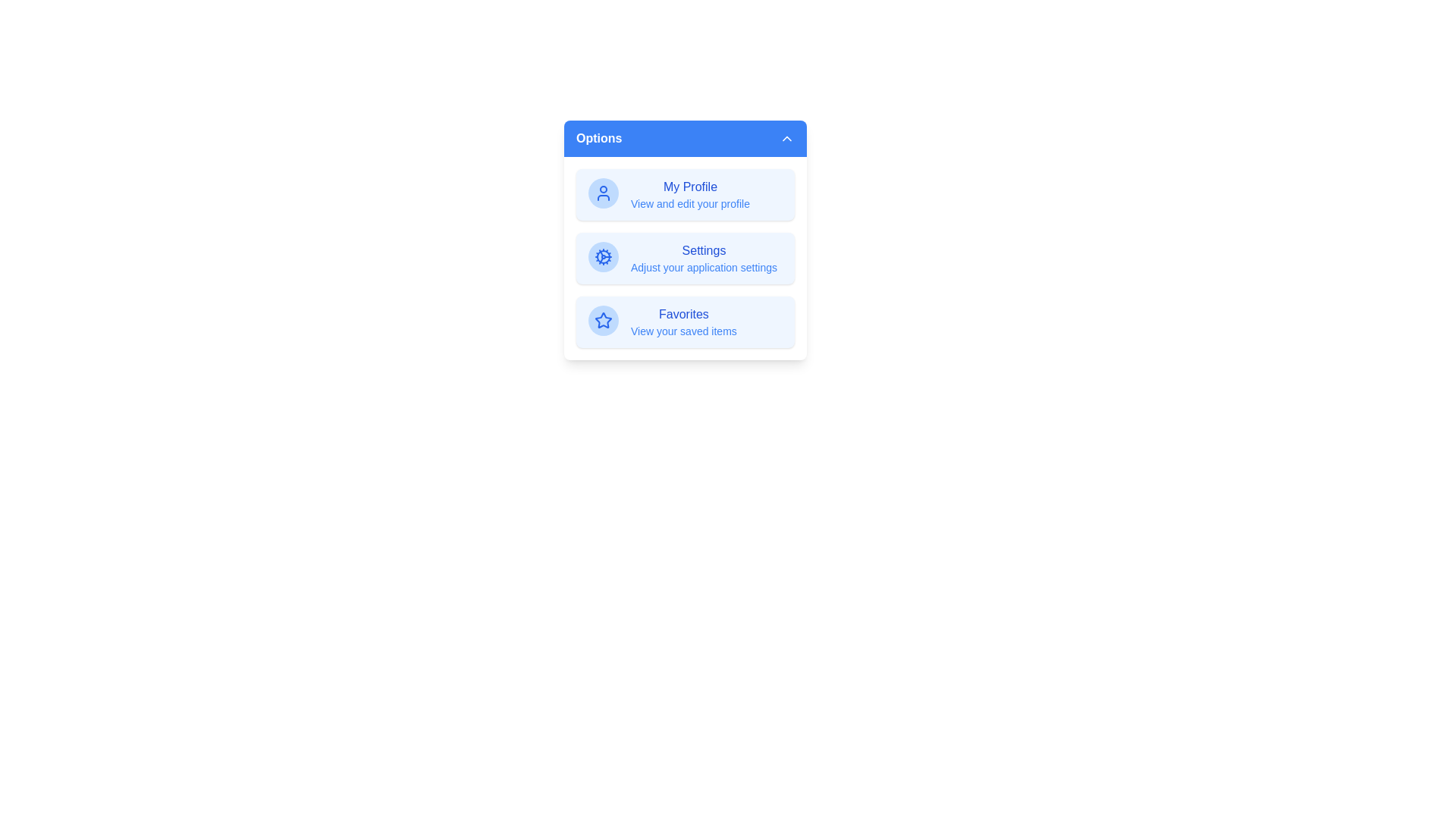  Describe the element at coordinates (684, 257) in the screenshot. I see `the option Settings from the list by clicking on it` at that location.